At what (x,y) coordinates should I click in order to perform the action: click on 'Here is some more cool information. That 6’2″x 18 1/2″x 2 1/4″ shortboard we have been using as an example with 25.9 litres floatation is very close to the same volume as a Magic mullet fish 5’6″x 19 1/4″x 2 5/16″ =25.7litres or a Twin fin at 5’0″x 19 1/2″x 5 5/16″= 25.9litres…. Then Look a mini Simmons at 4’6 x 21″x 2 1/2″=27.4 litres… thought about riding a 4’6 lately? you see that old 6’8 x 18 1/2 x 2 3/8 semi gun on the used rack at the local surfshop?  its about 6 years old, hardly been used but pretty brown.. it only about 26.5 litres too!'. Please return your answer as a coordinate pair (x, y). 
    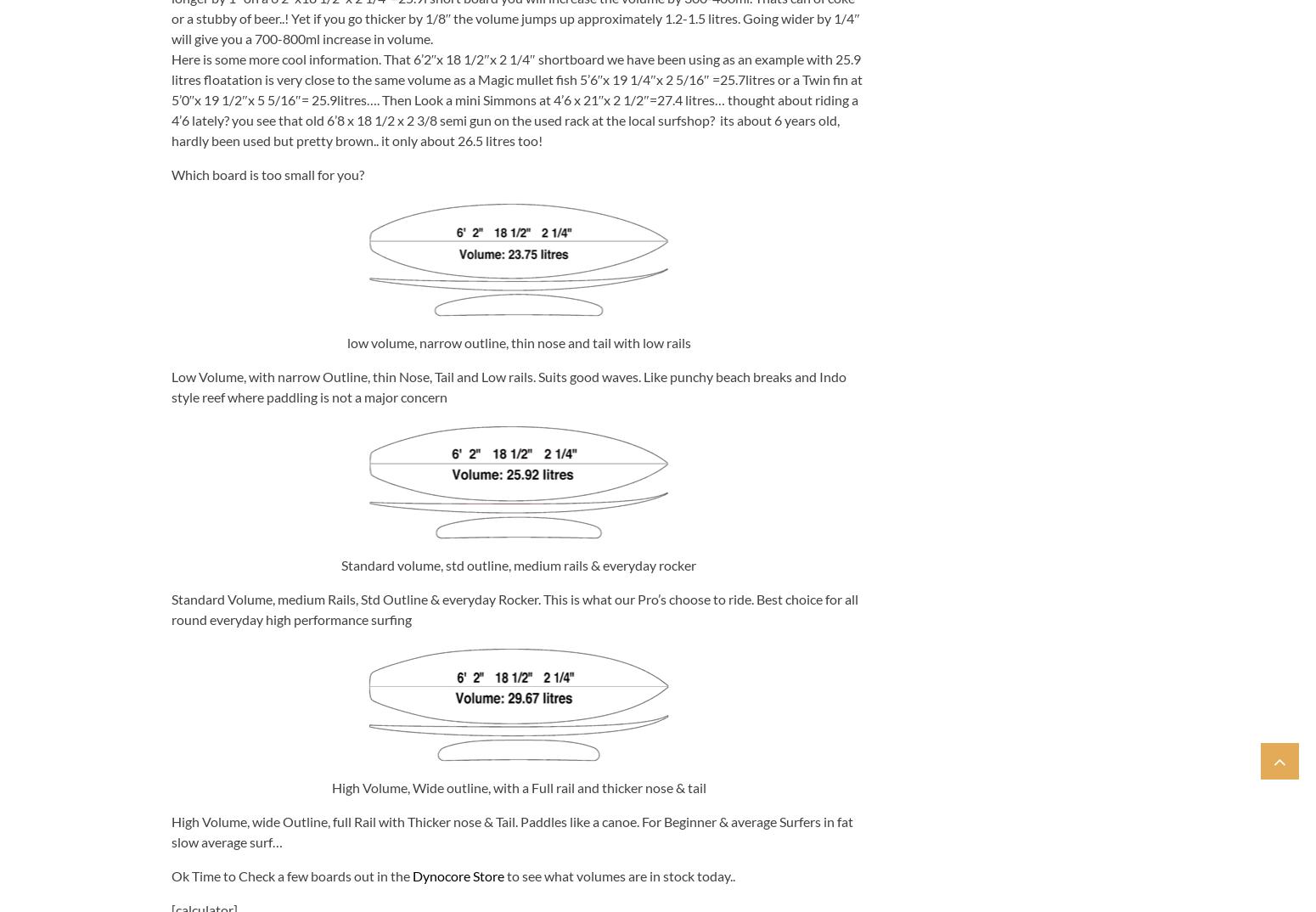
    Looking at the image, I should click on (170, 99).